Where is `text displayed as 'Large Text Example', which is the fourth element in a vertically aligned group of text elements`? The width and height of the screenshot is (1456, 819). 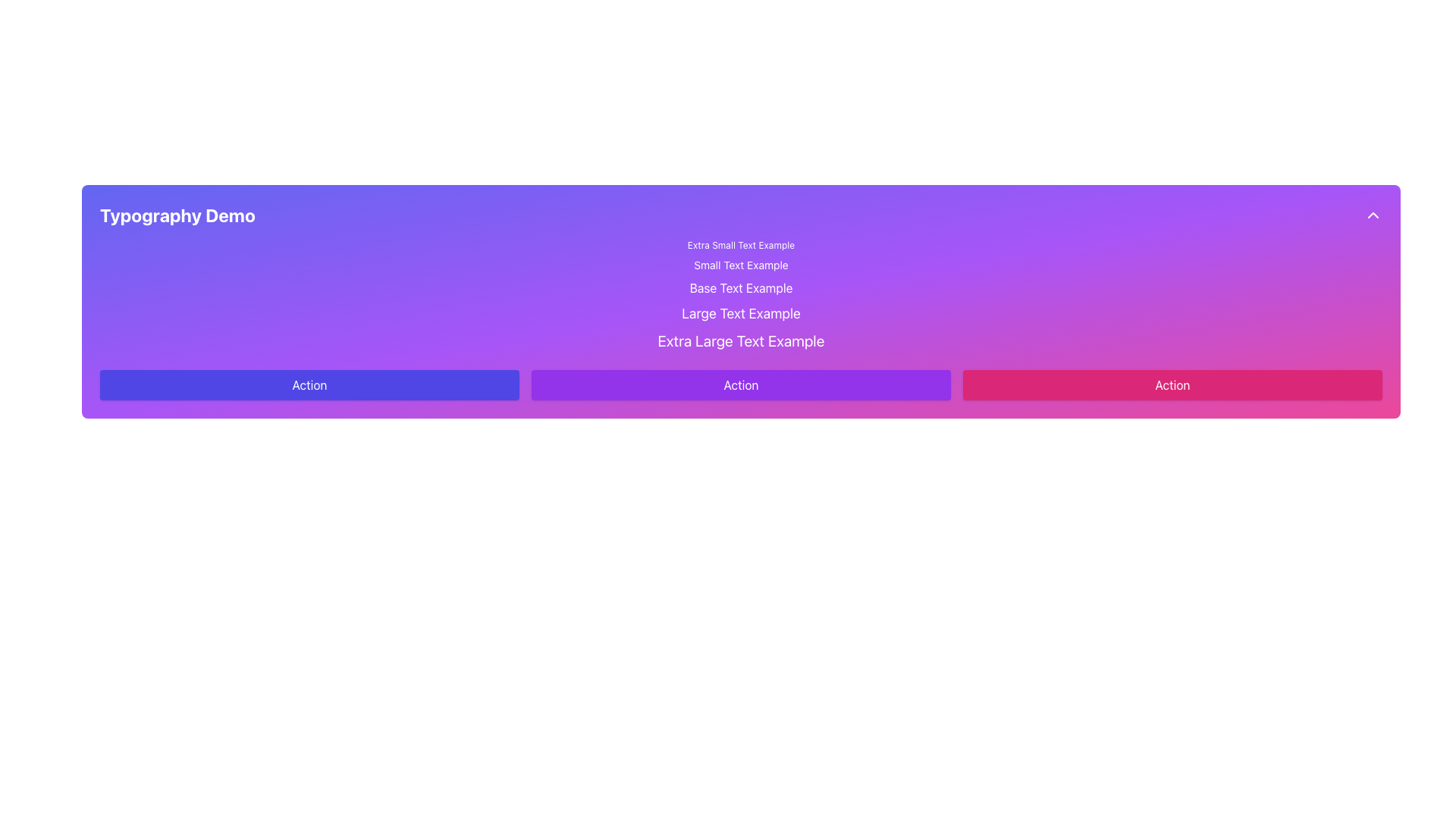
text displayed as 'Large Text Example', which is the fourth element in a vertically aligned group of text elements is located at coordinates (741, 312).